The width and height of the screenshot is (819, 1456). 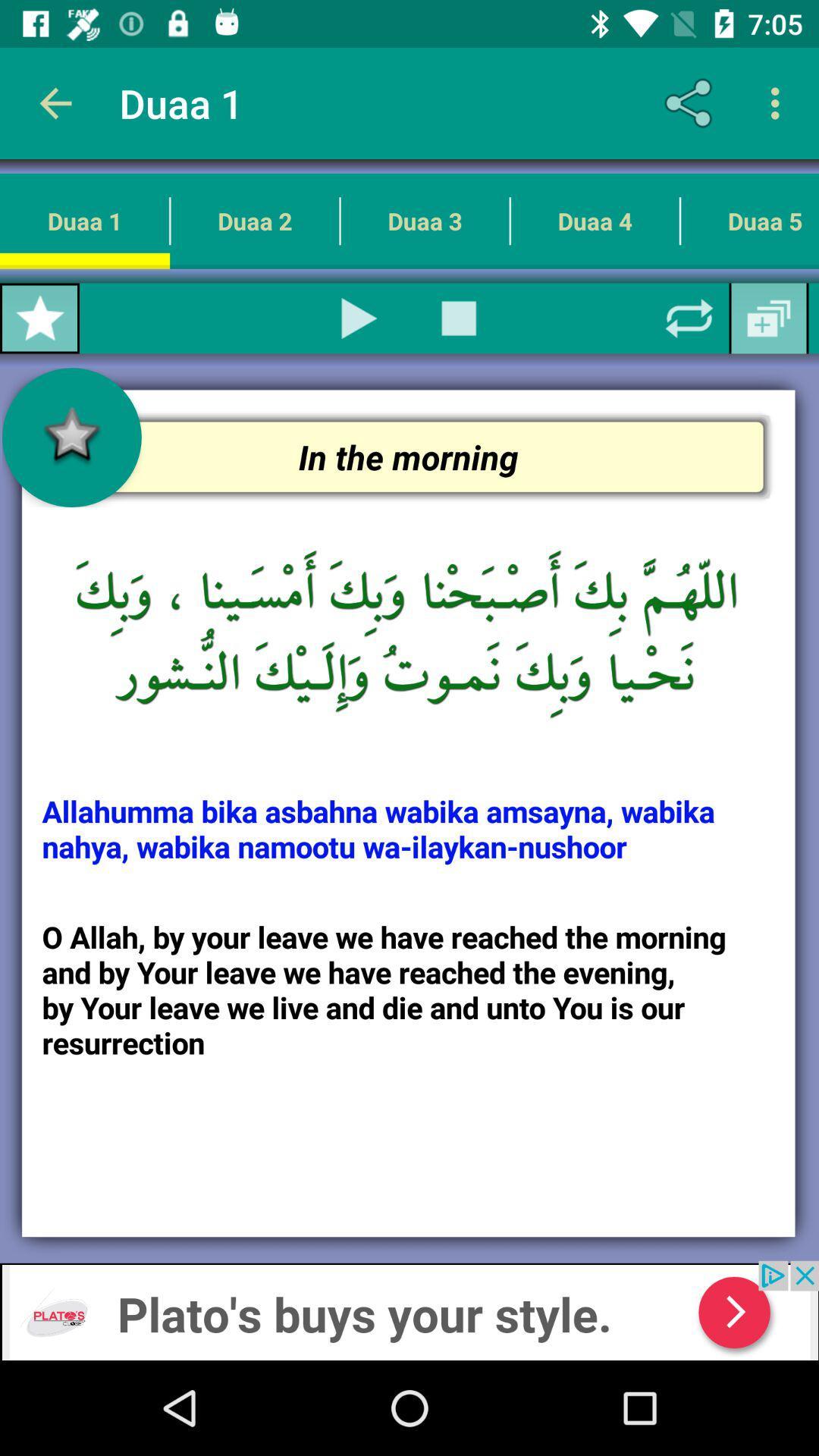 What do you see at coordinates (594, 220) in the screenshot?
I see `app to the right of duaa 3 icon` at bounding box center [594, 220].